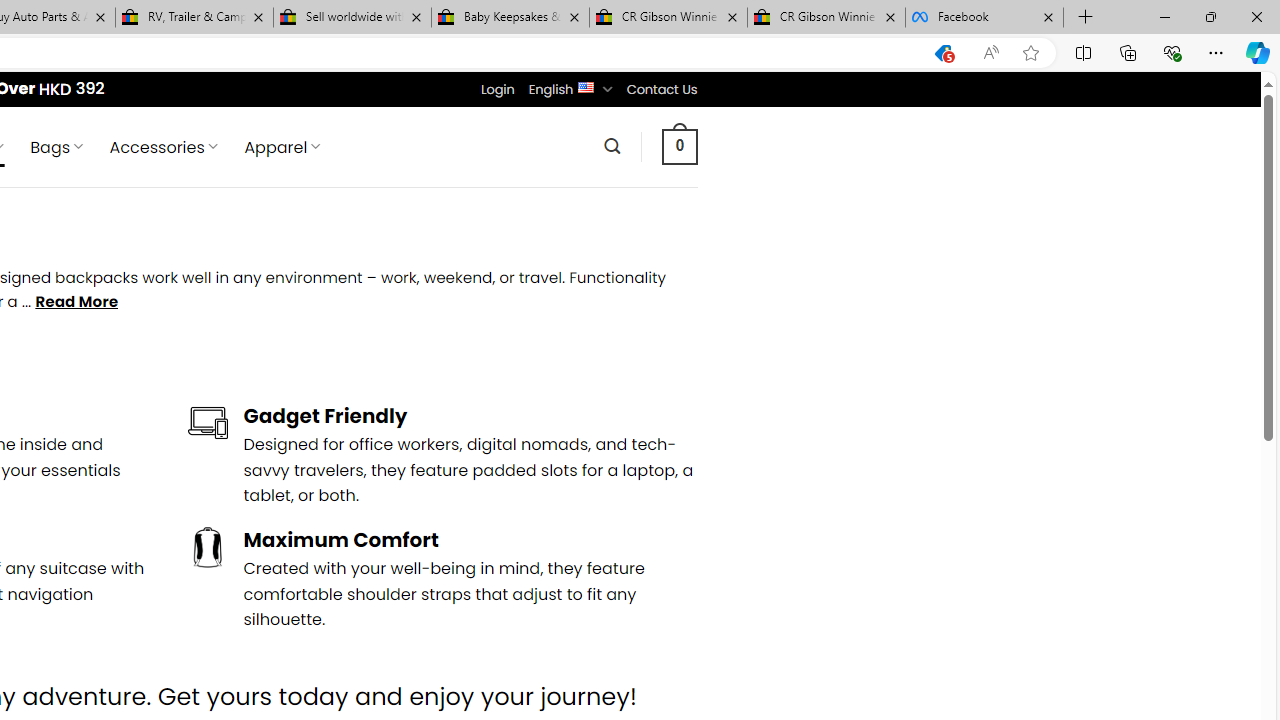  I want to click on 'Facebook', so click(984, 17).